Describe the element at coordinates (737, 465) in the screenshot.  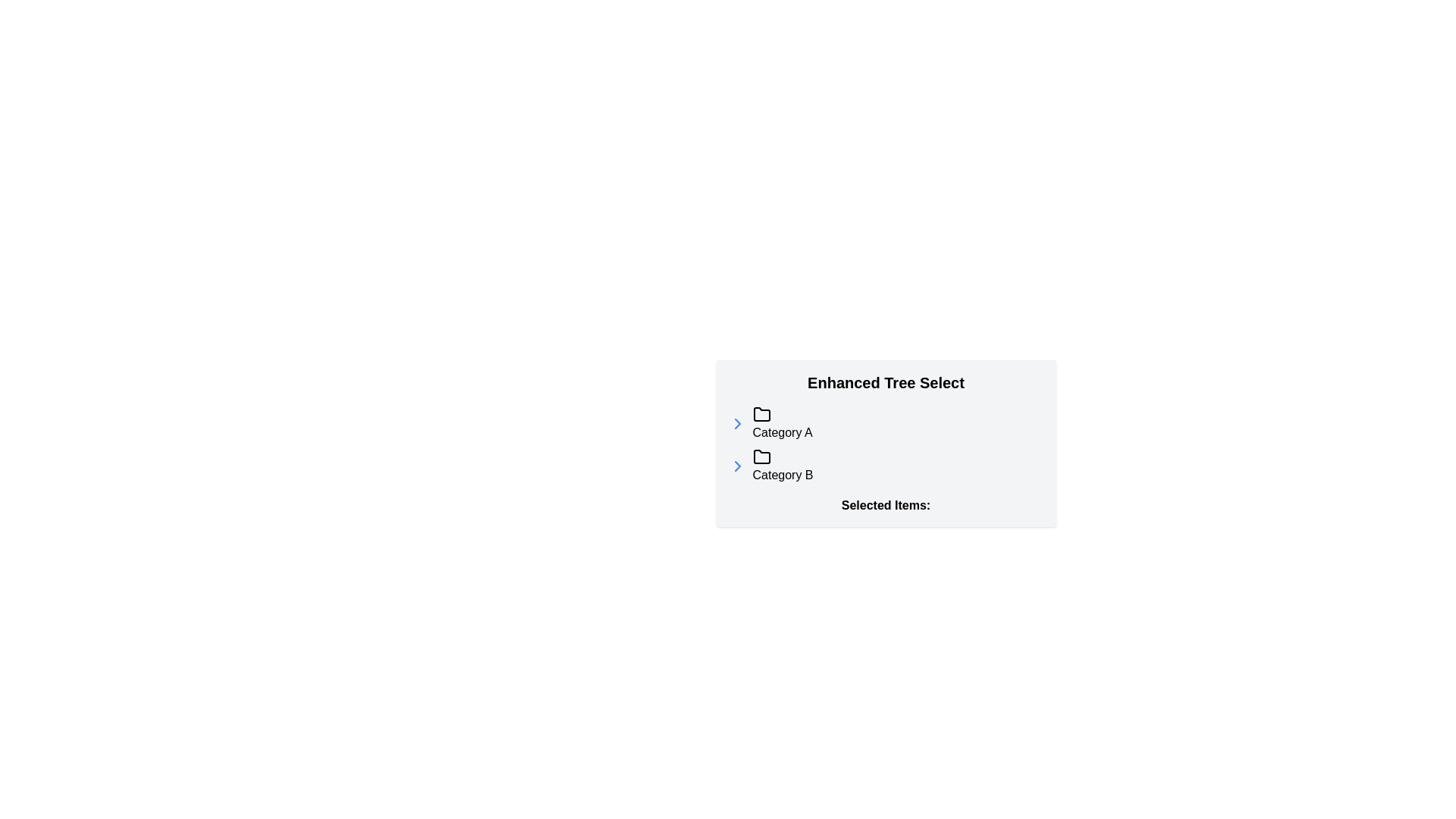
I see `the rightward-facing blue chevron icon button located left of the text 'Category B'` at that location.